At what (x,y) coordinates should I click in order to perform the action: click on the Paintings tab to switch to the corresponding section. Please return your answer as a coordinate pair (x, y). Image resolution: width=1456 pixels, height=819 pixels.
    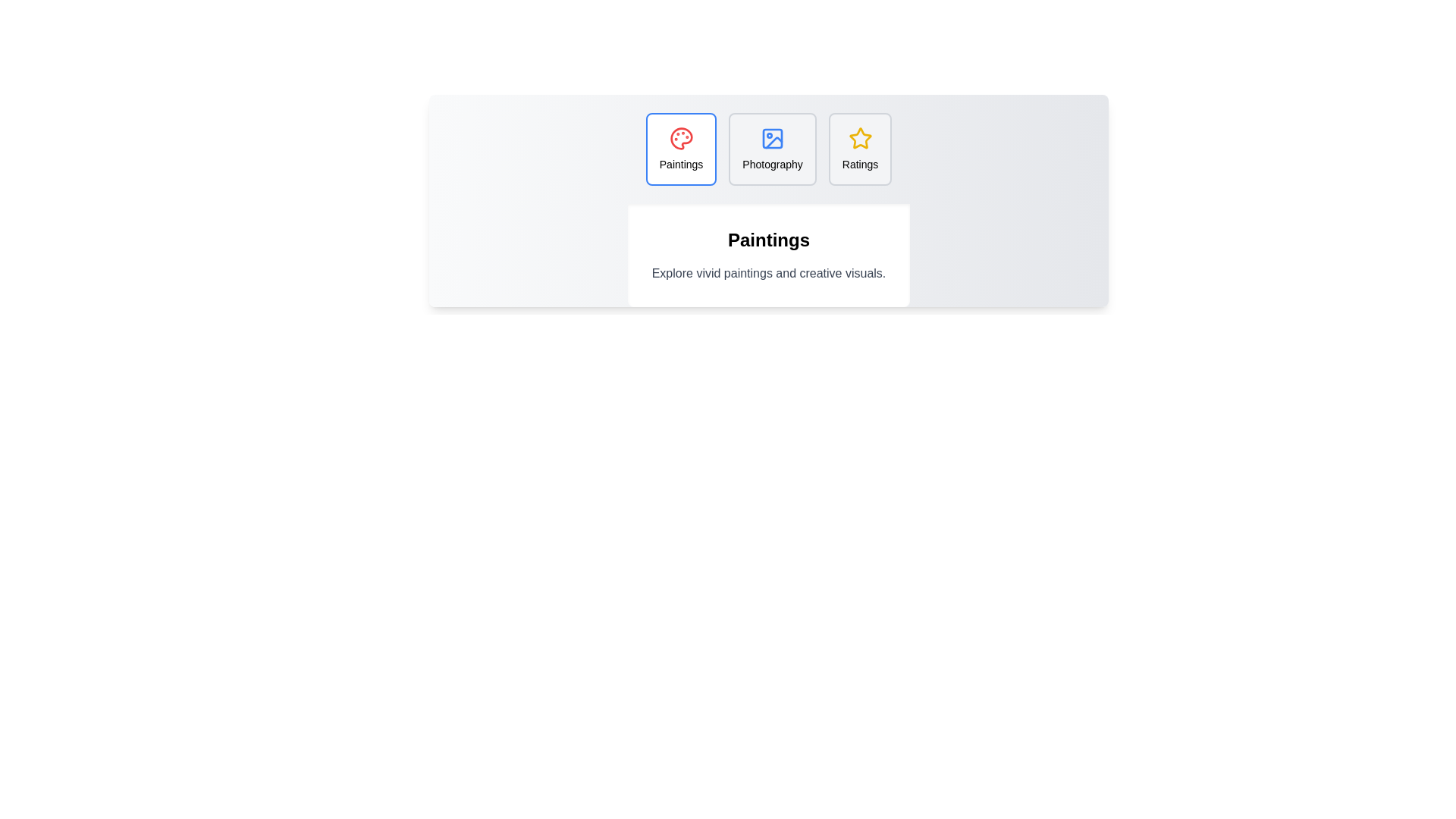
    Looking at the image, I should click on (680, 149).